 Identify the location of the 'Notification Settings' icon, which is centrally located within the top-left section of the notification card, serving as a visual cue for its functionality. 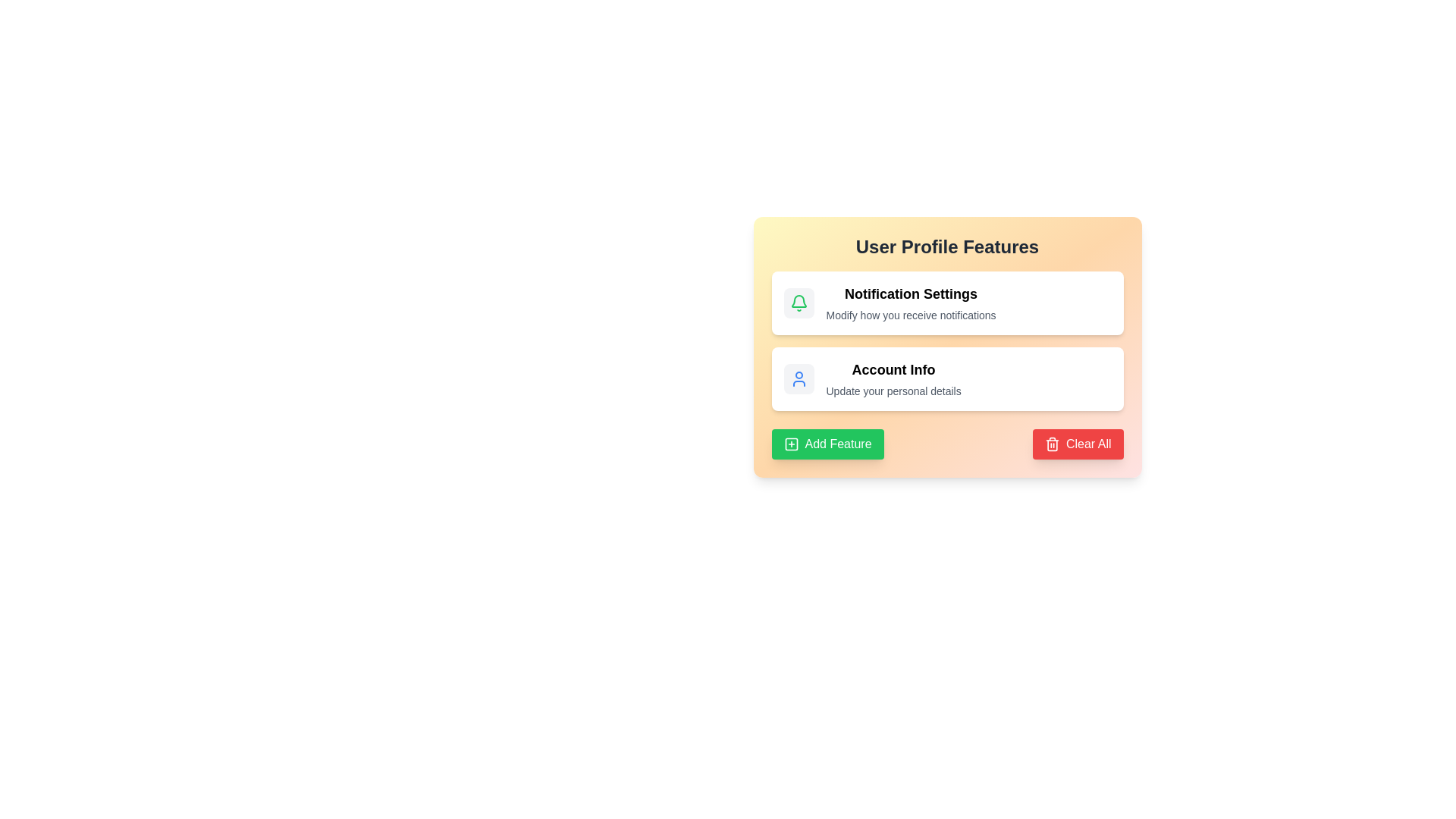
(798, 303).